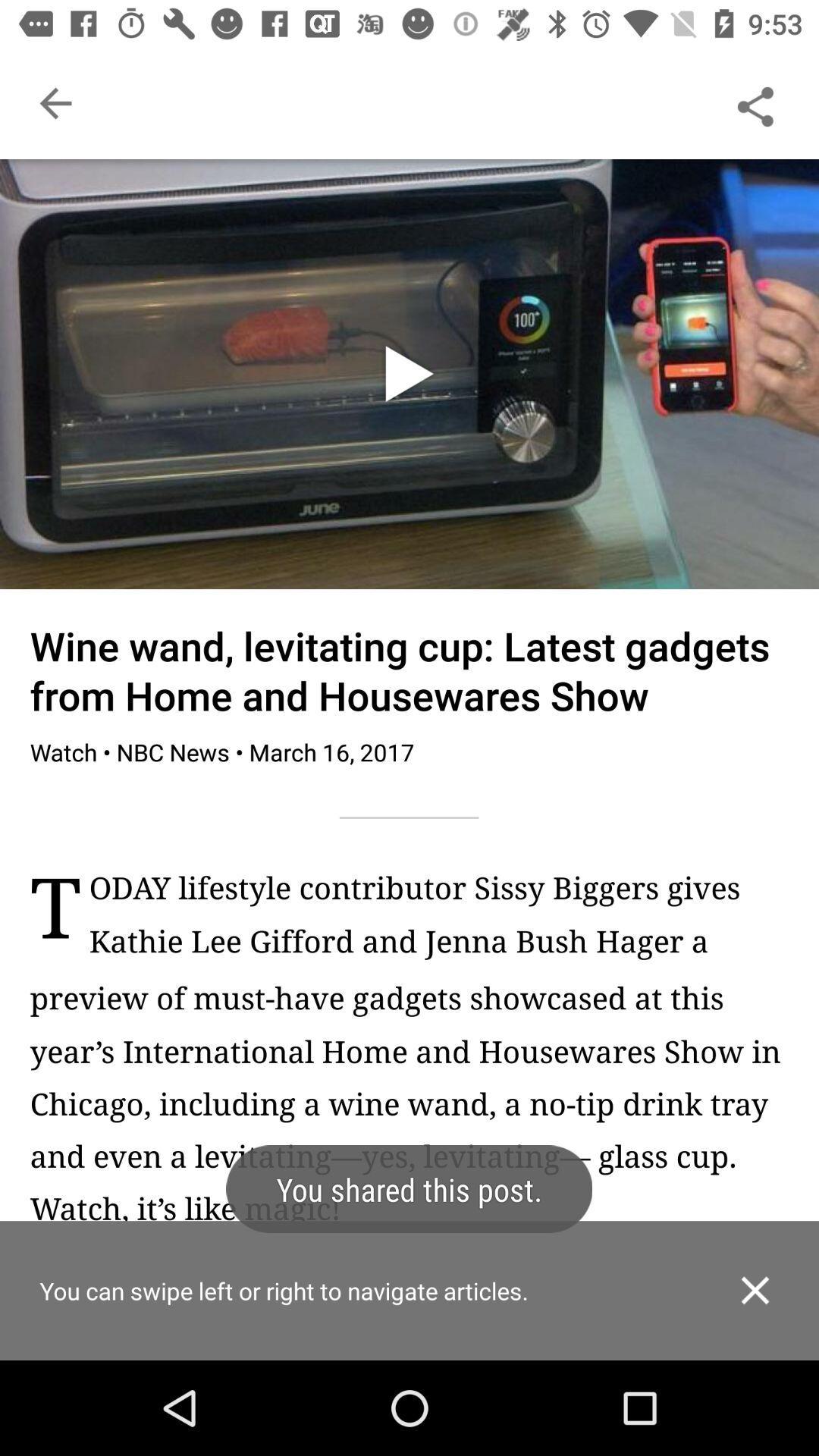  I want to click on indication message, so click(409, 1316).